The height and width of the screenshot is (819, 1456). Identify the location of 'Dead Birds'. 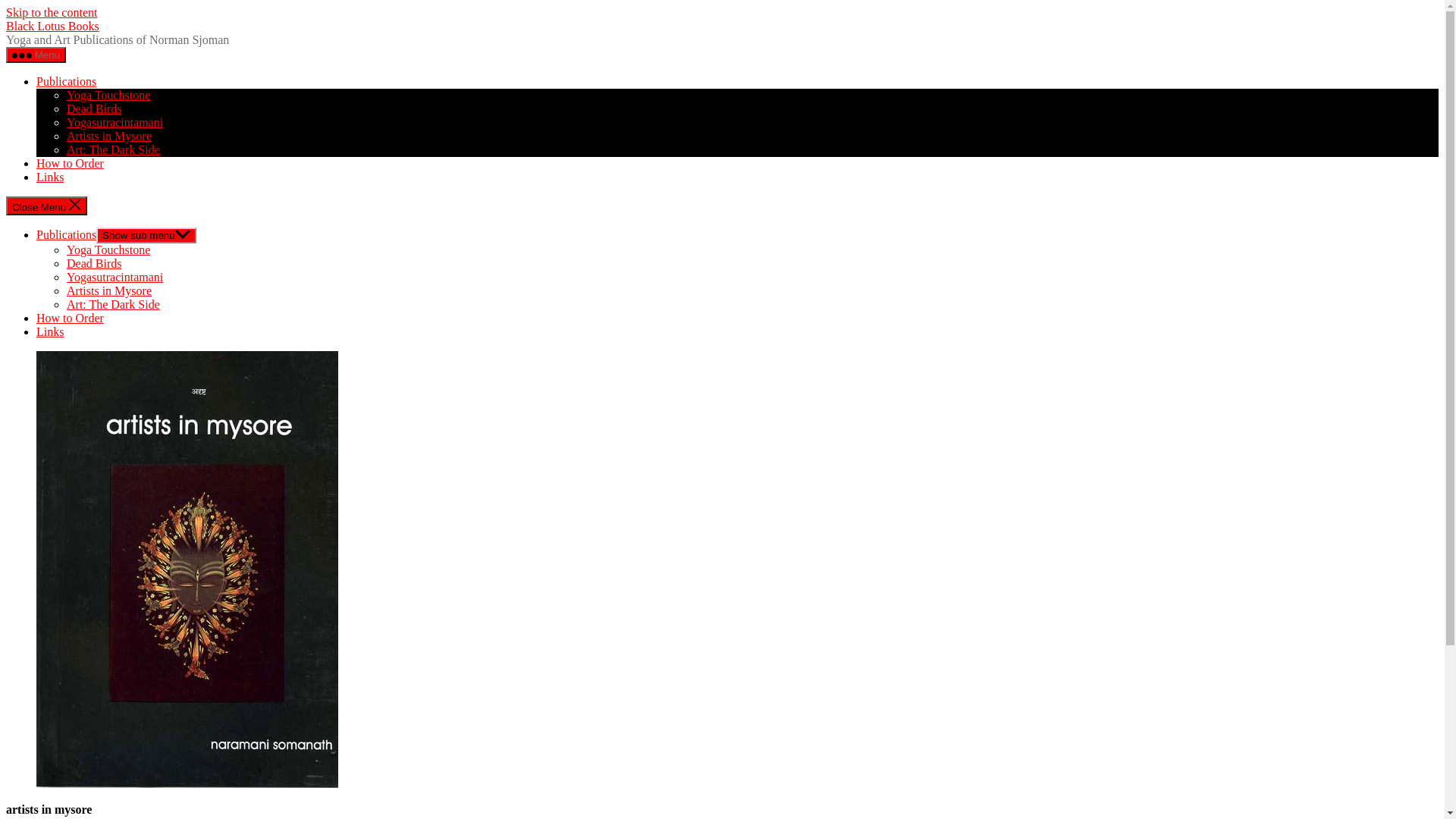
(65, 262).